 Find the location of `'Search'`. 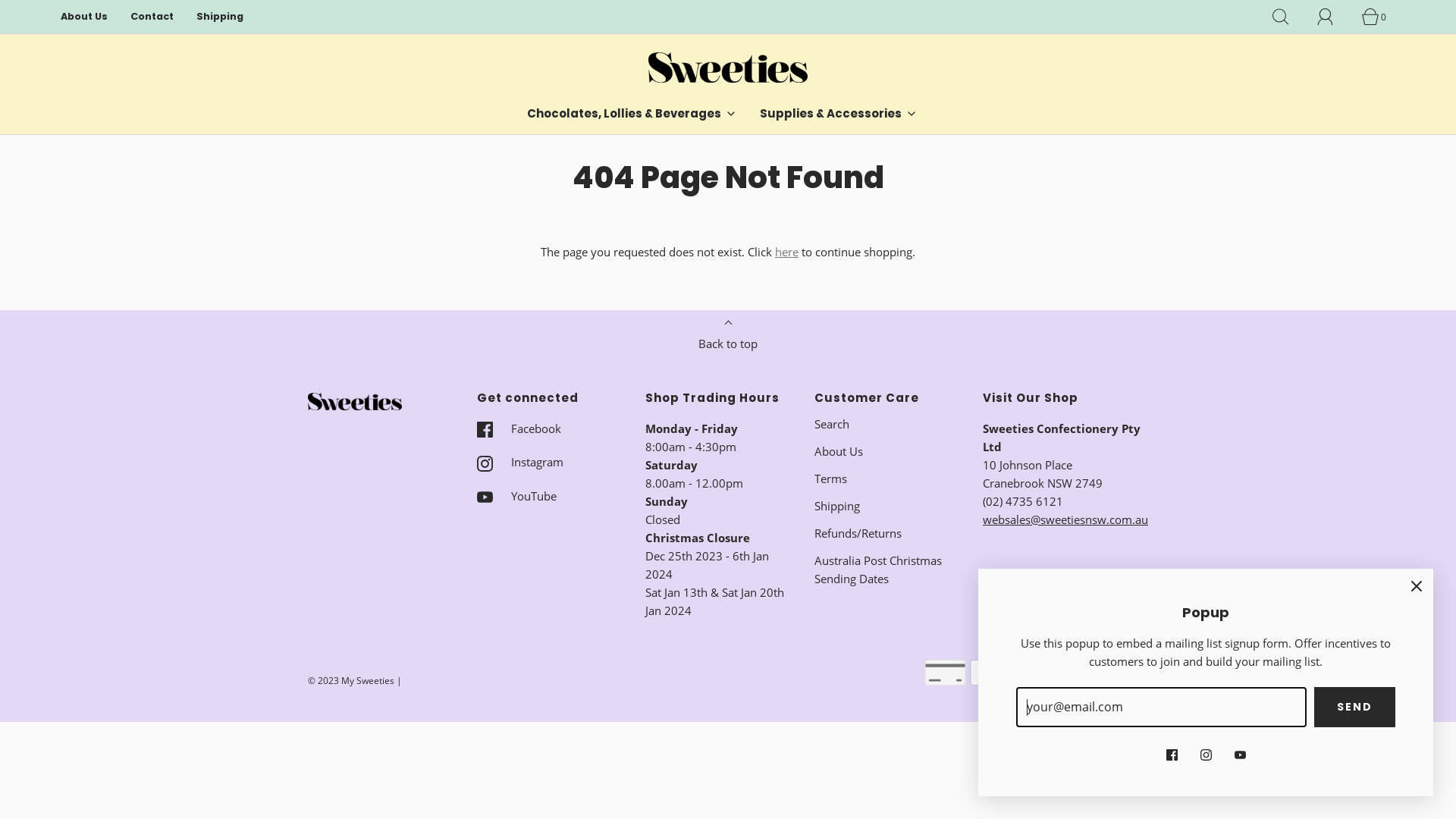

'Search' is located at coordinates (1288, 17).